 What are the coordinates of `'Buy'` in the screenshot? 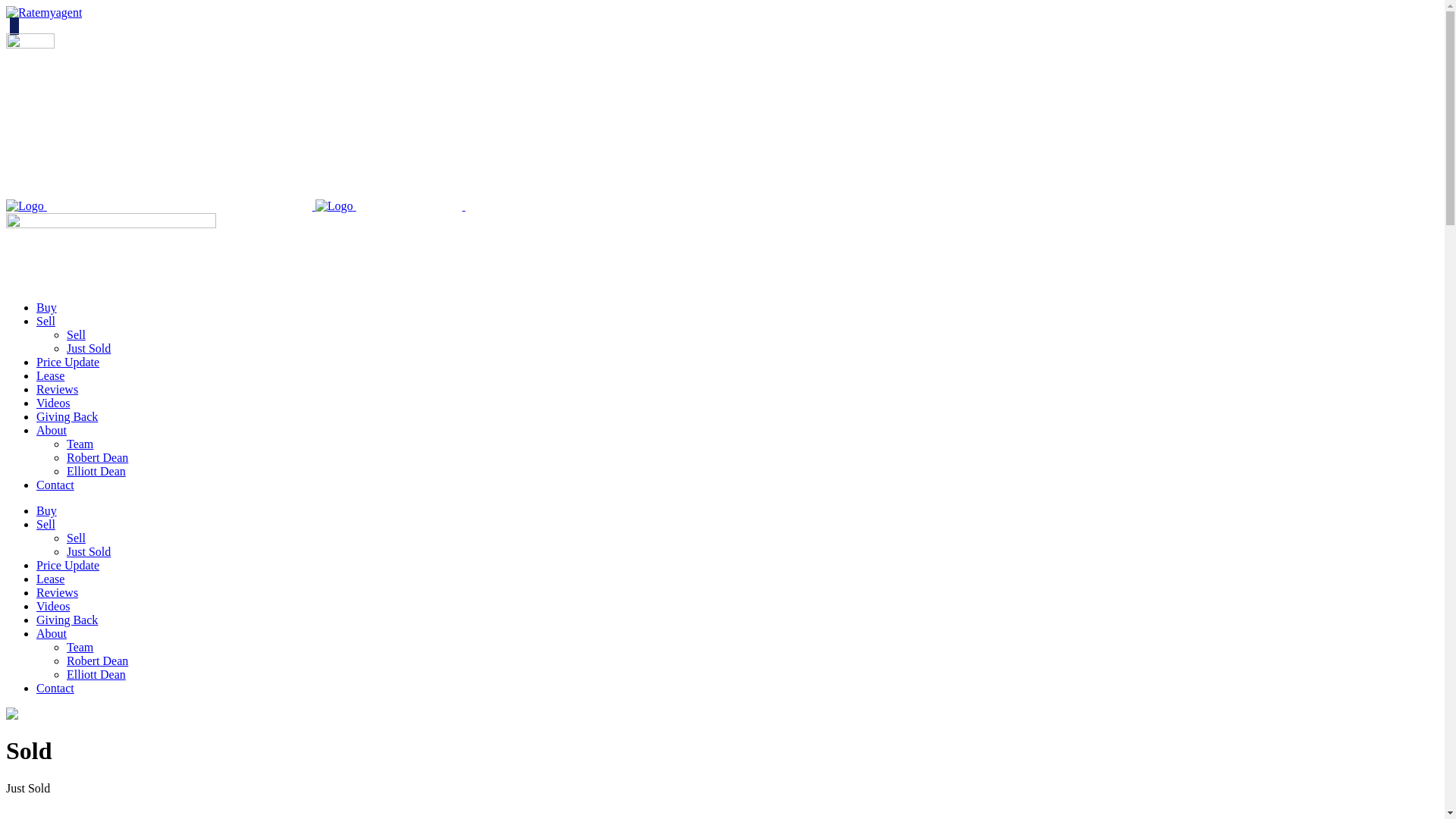 It's located at (46, 307).